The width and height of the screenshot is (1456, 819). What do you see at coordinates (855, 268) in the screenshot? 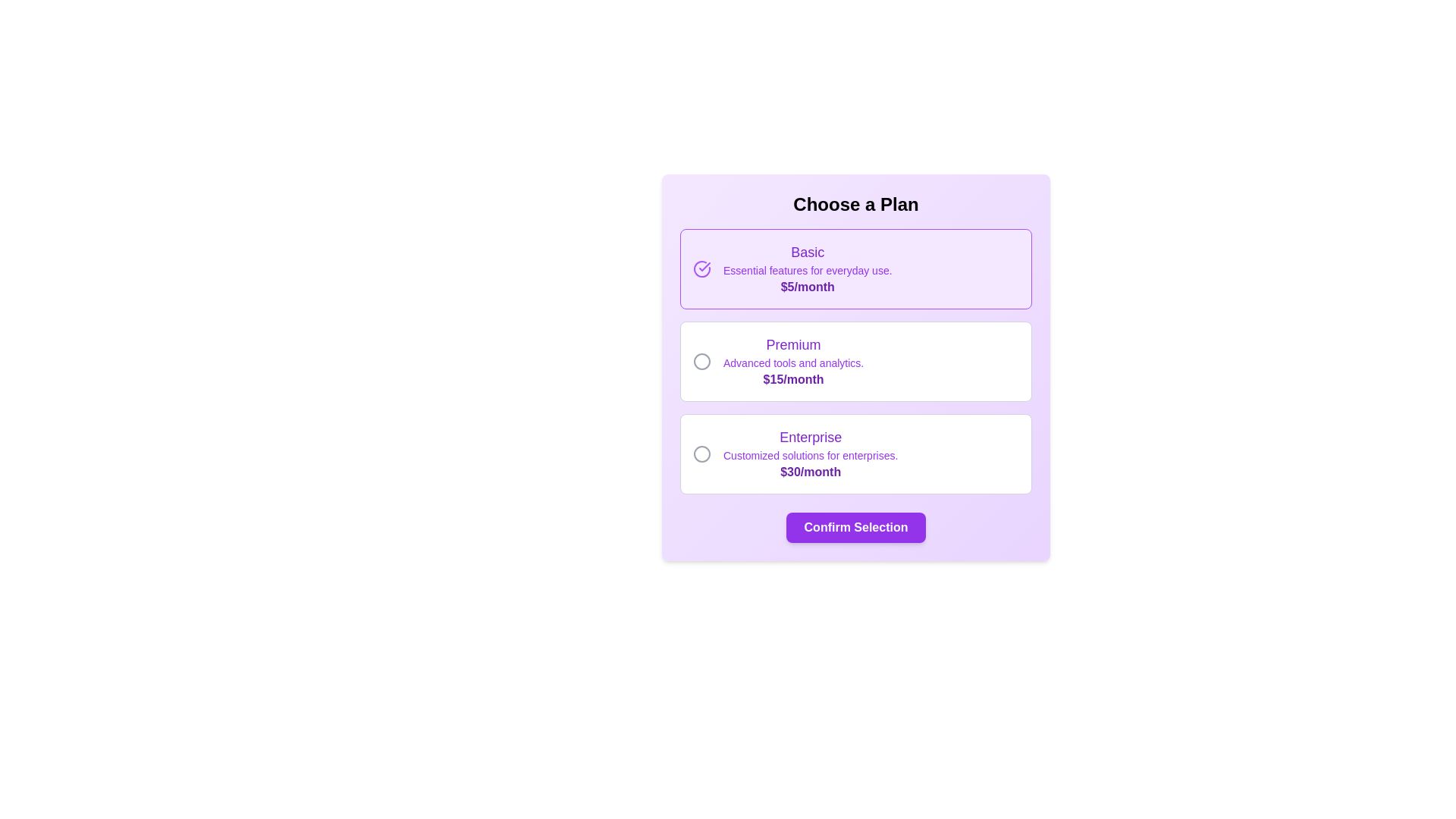
I see `to select the 'Basic' pricing plan option from the vertical list of pricing options, which is the first choice in the list` at bounding box center [855, 268].